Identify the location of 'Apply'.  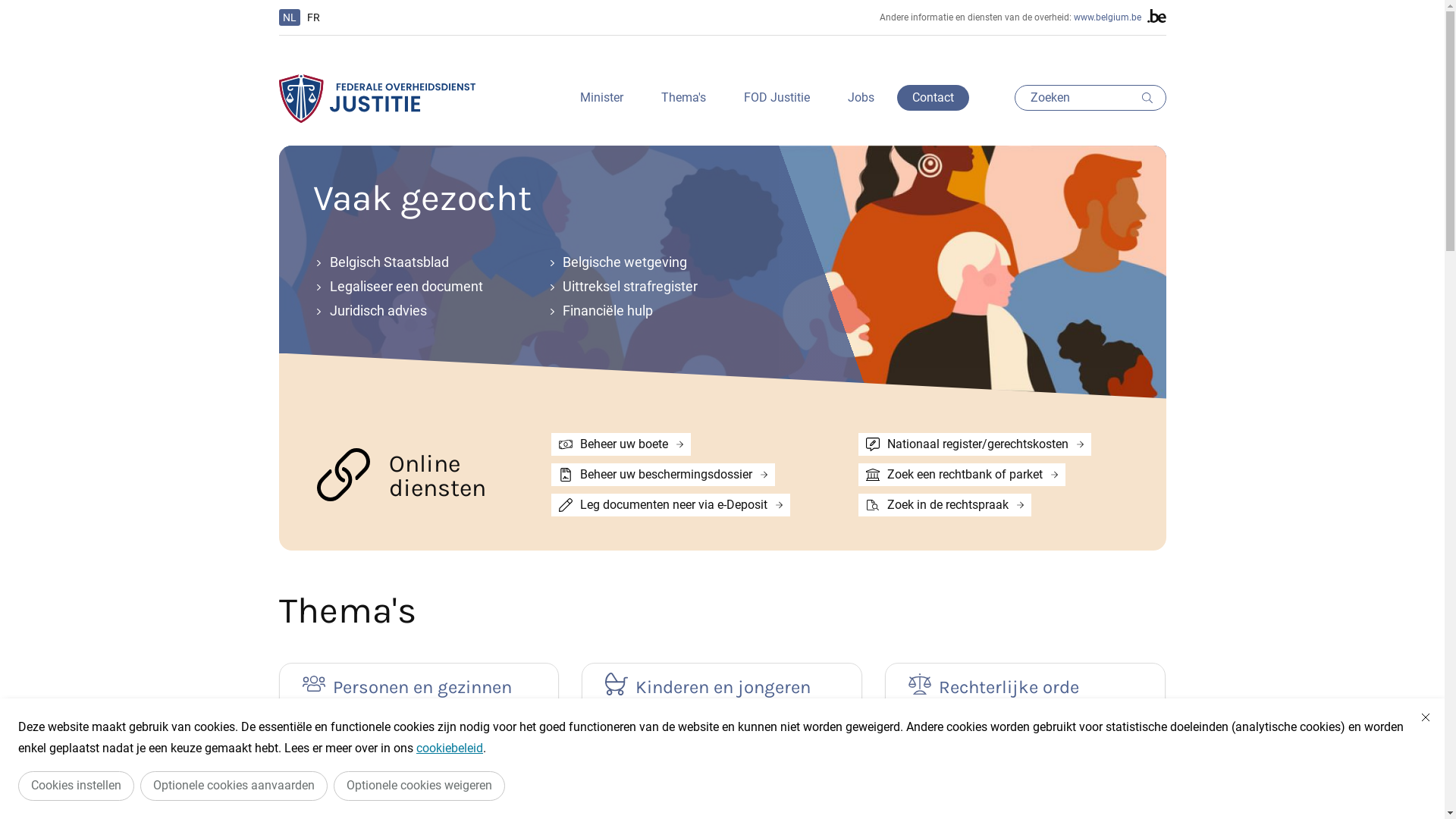
(1134, 97).